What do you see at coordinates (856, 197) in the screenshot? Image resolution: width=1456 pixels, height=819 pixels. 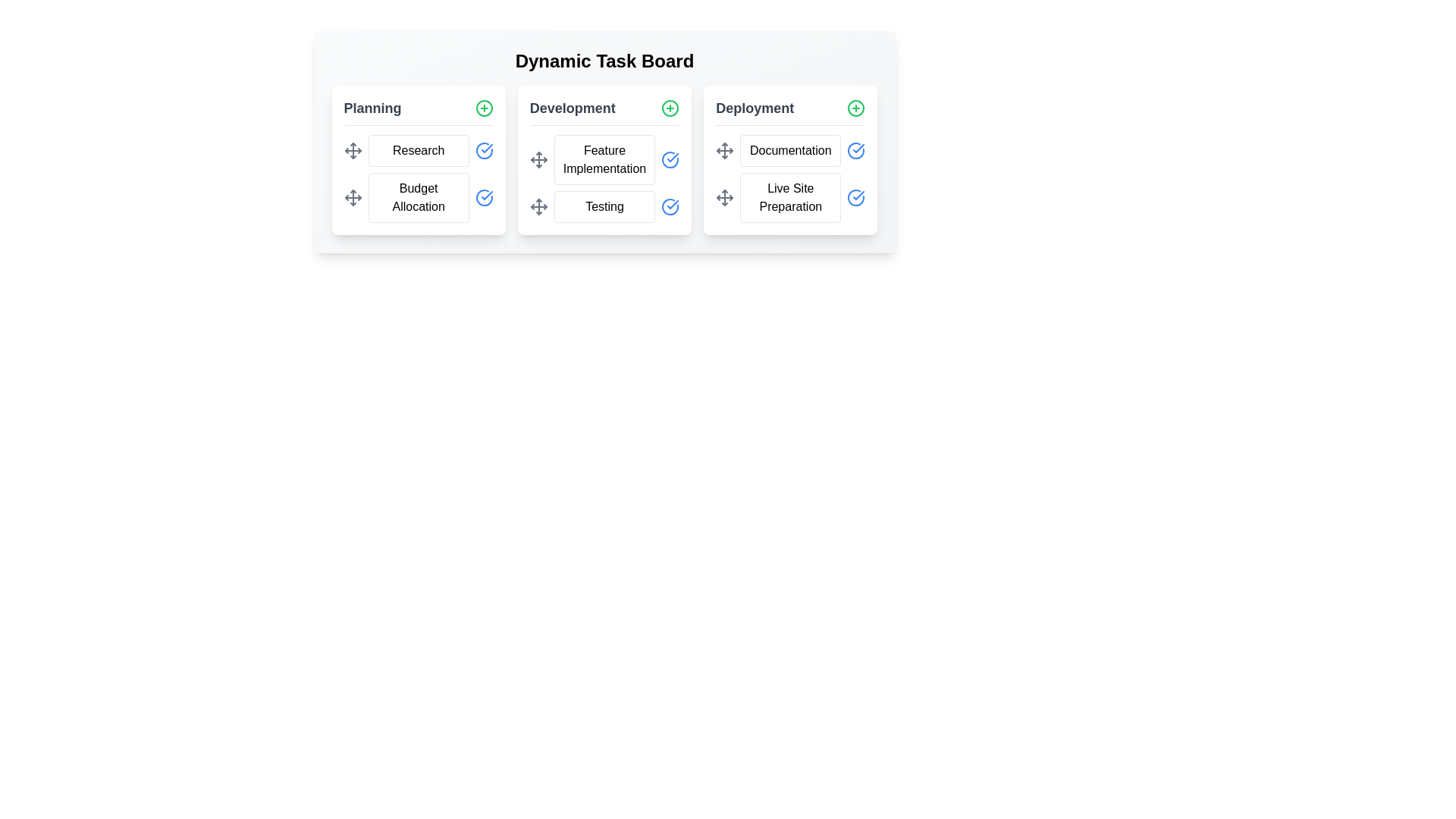 I see `'CheckCircle' icon next to the task 'Live Site Preparation' to mark it as complete` at bounding box center [856, 197].